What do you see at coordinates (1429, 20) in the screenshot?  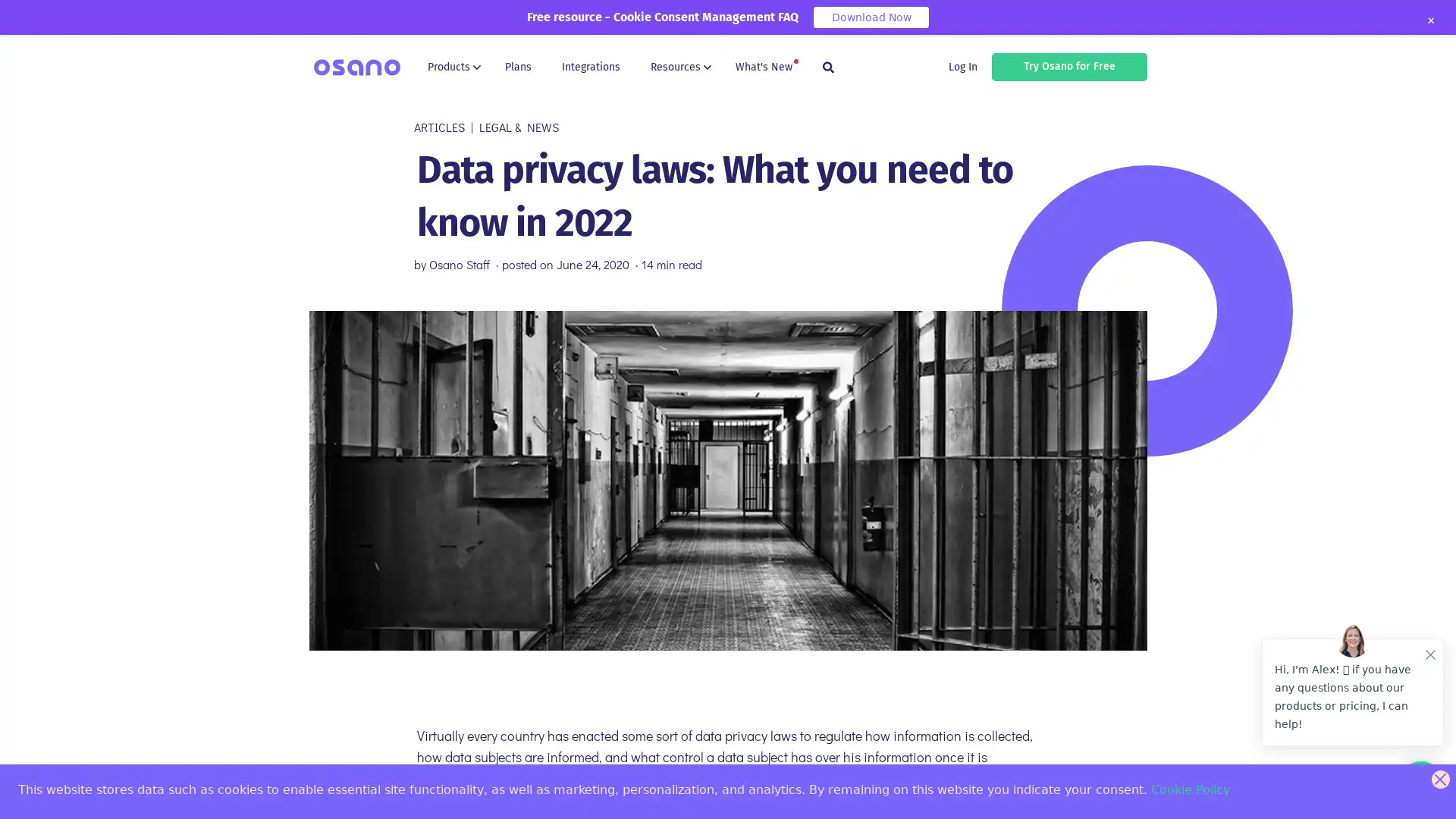 I see `Close` at bounding box center [1429, 20].